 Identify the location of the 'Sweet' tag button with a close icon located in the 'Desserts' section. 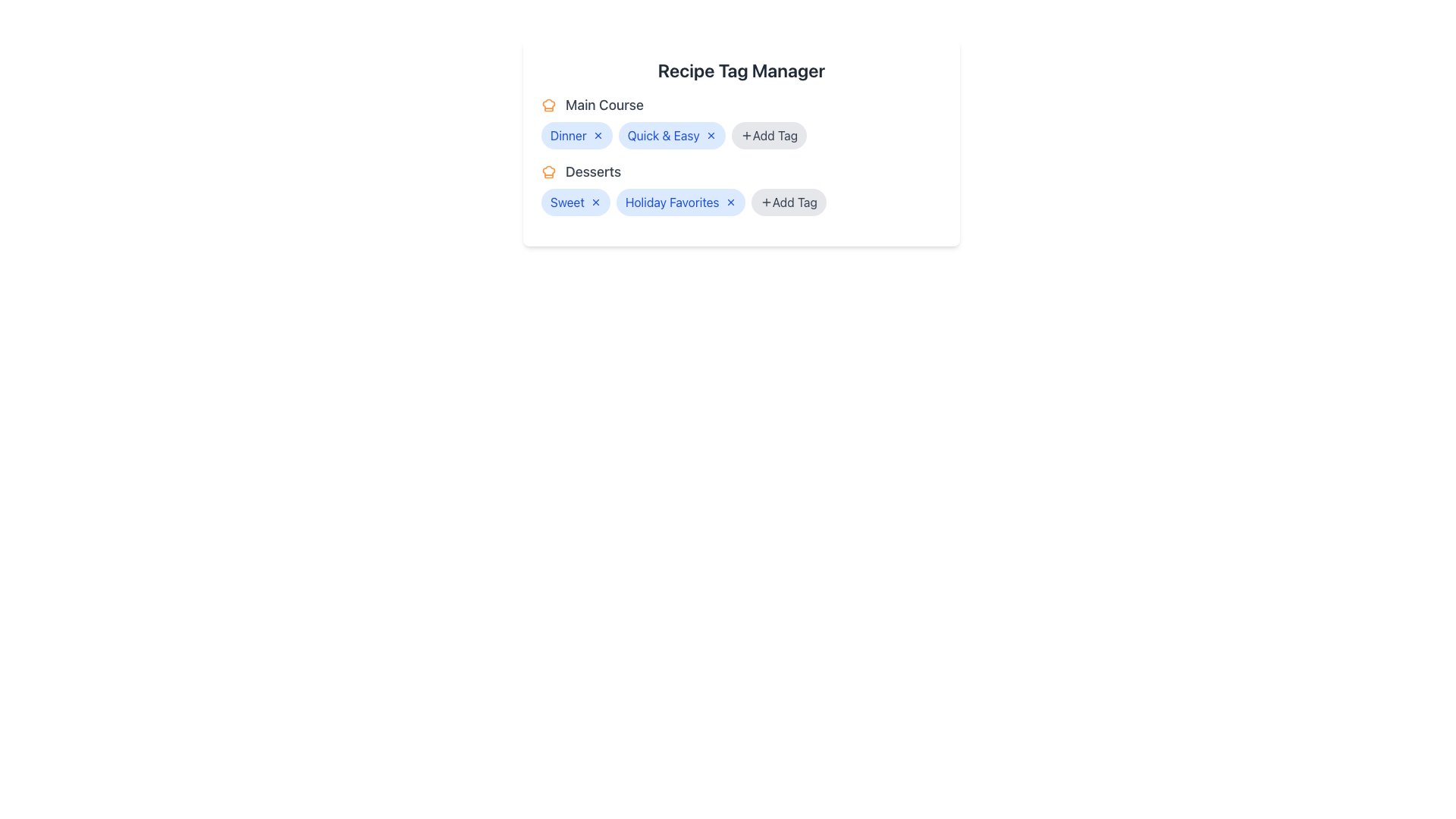
(575, 201).